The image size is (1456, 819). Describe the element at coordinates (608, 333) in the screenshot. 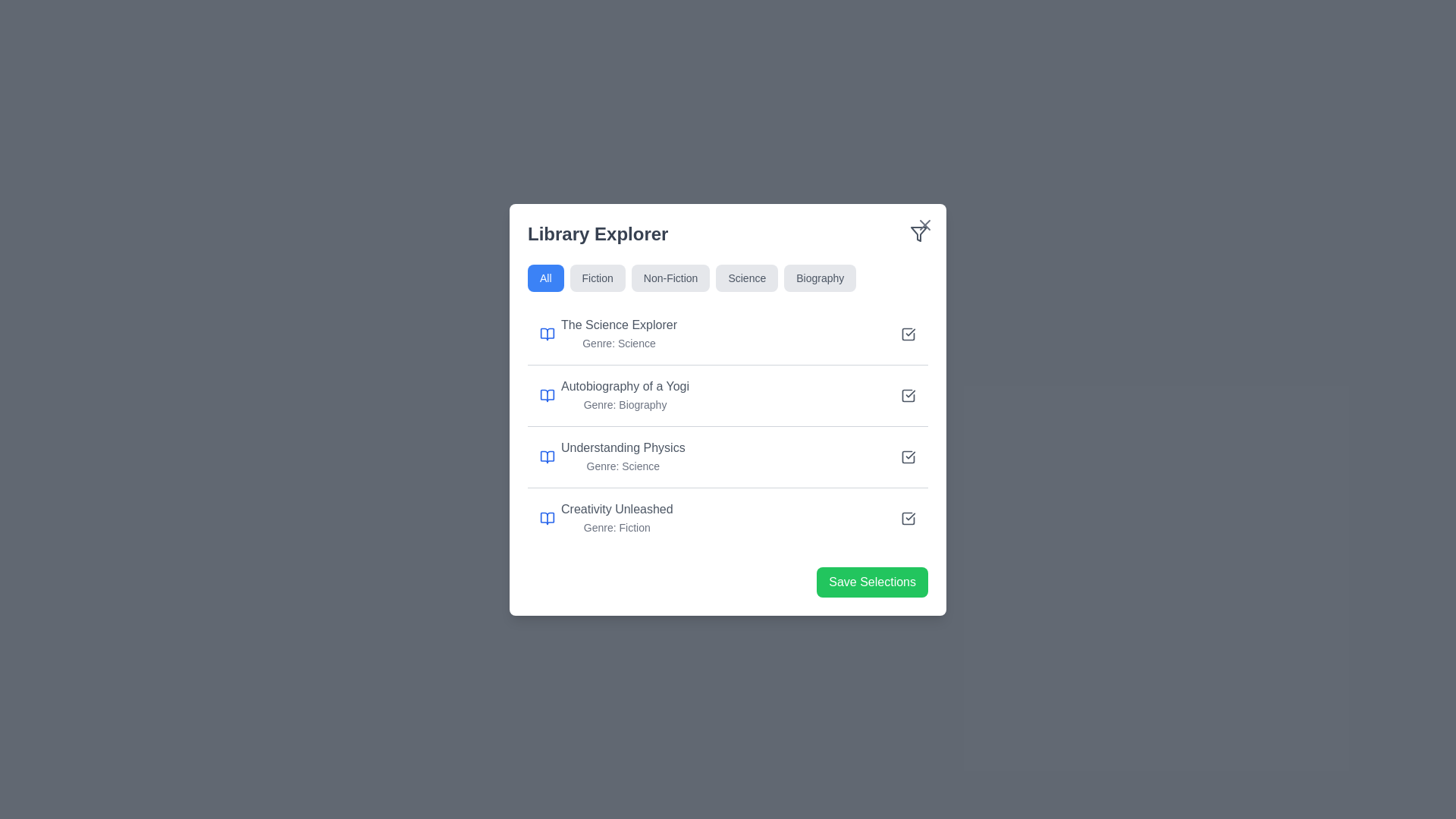

I see `the informational text block titled 'The Science Explorer' with the subtitle 'Genre: Science' and an open book icon in the Library Explorer modal` at that location.